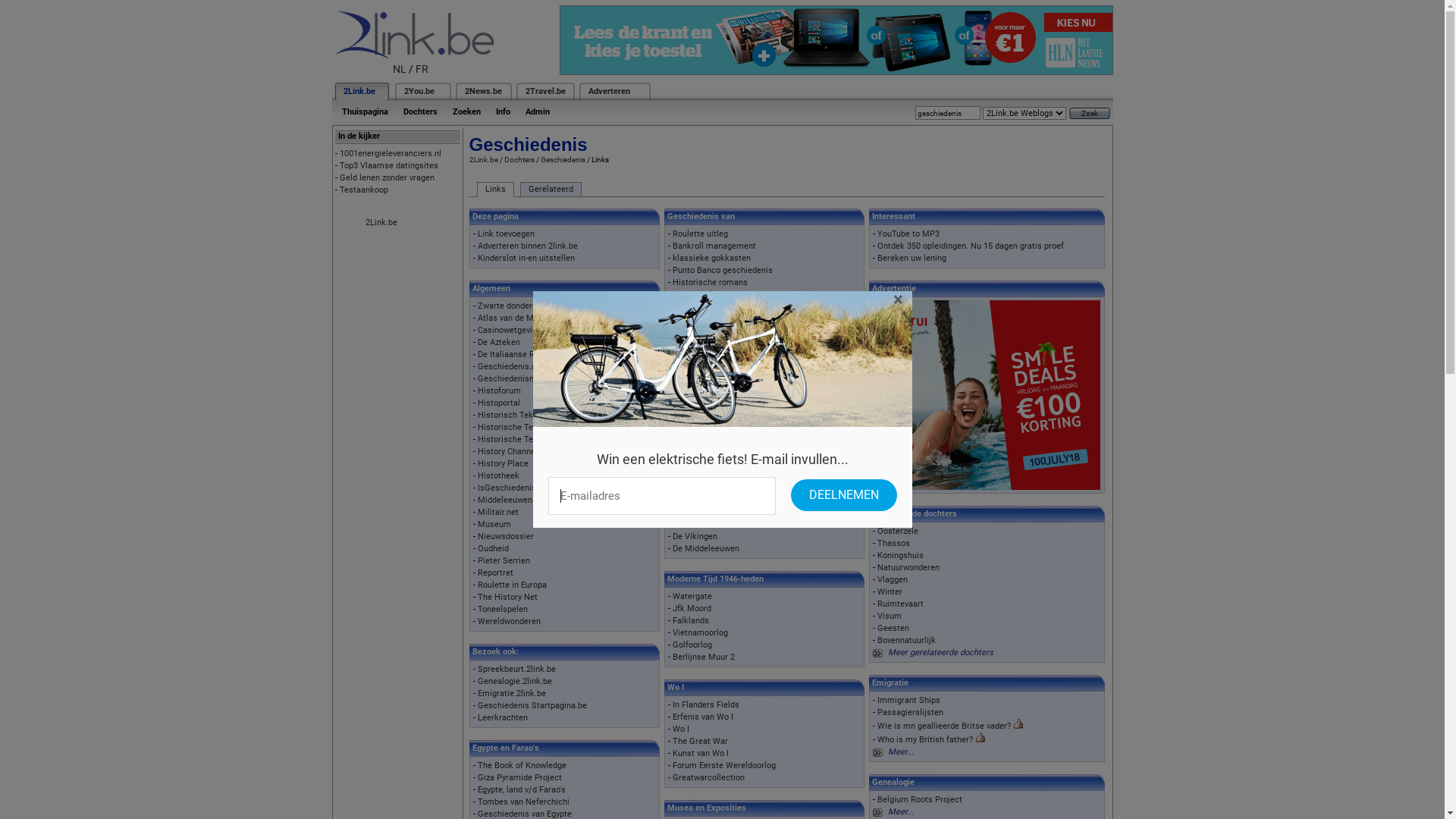 This screenshot has width=1456, height=819. Describe the element at coordinates (550, 189) in the screenshot. I see `'Gerelateerd'` at that location.